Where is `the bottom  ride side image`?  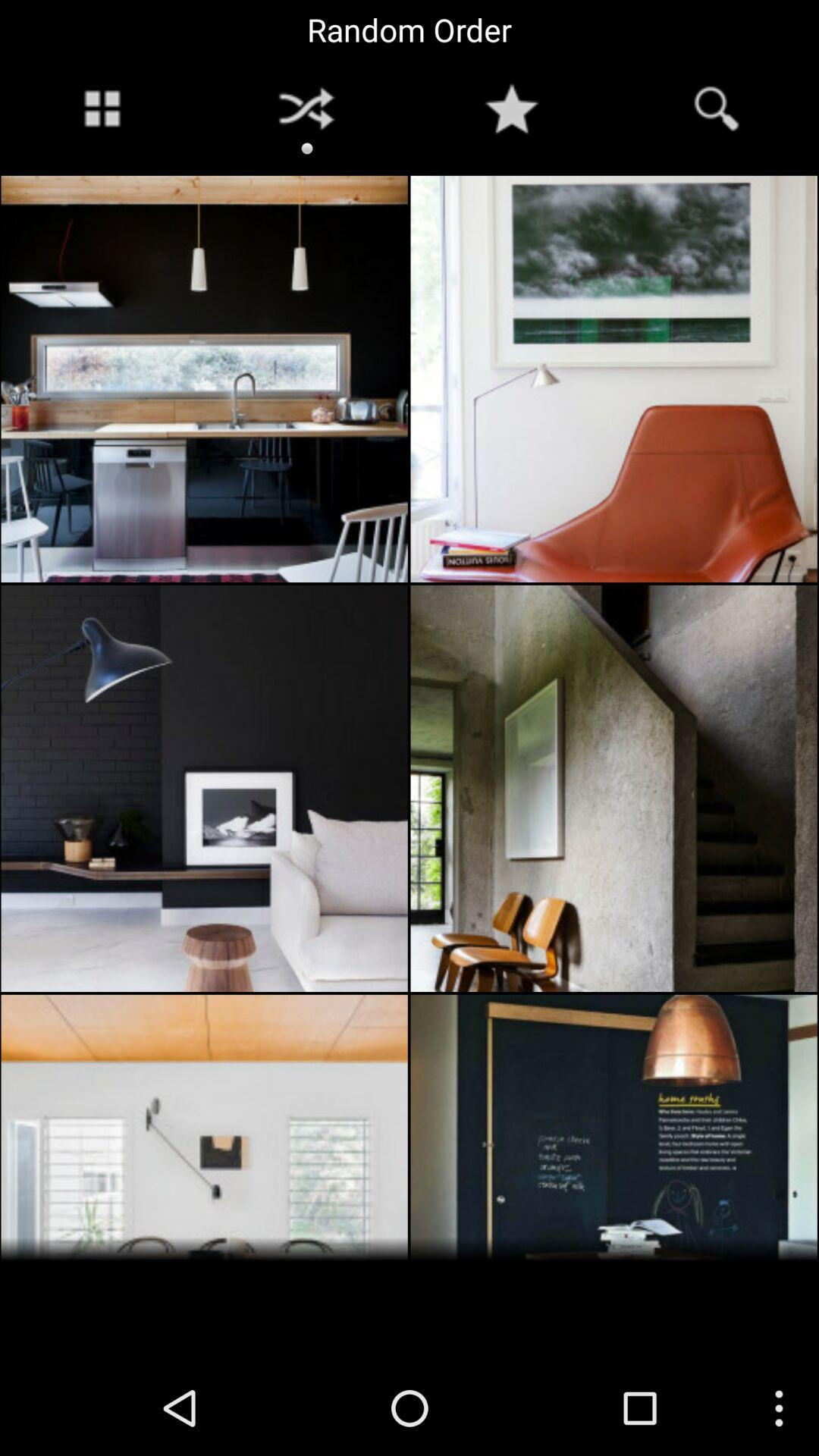 the bottom  ride side image is located at coordinates (614, 1128).